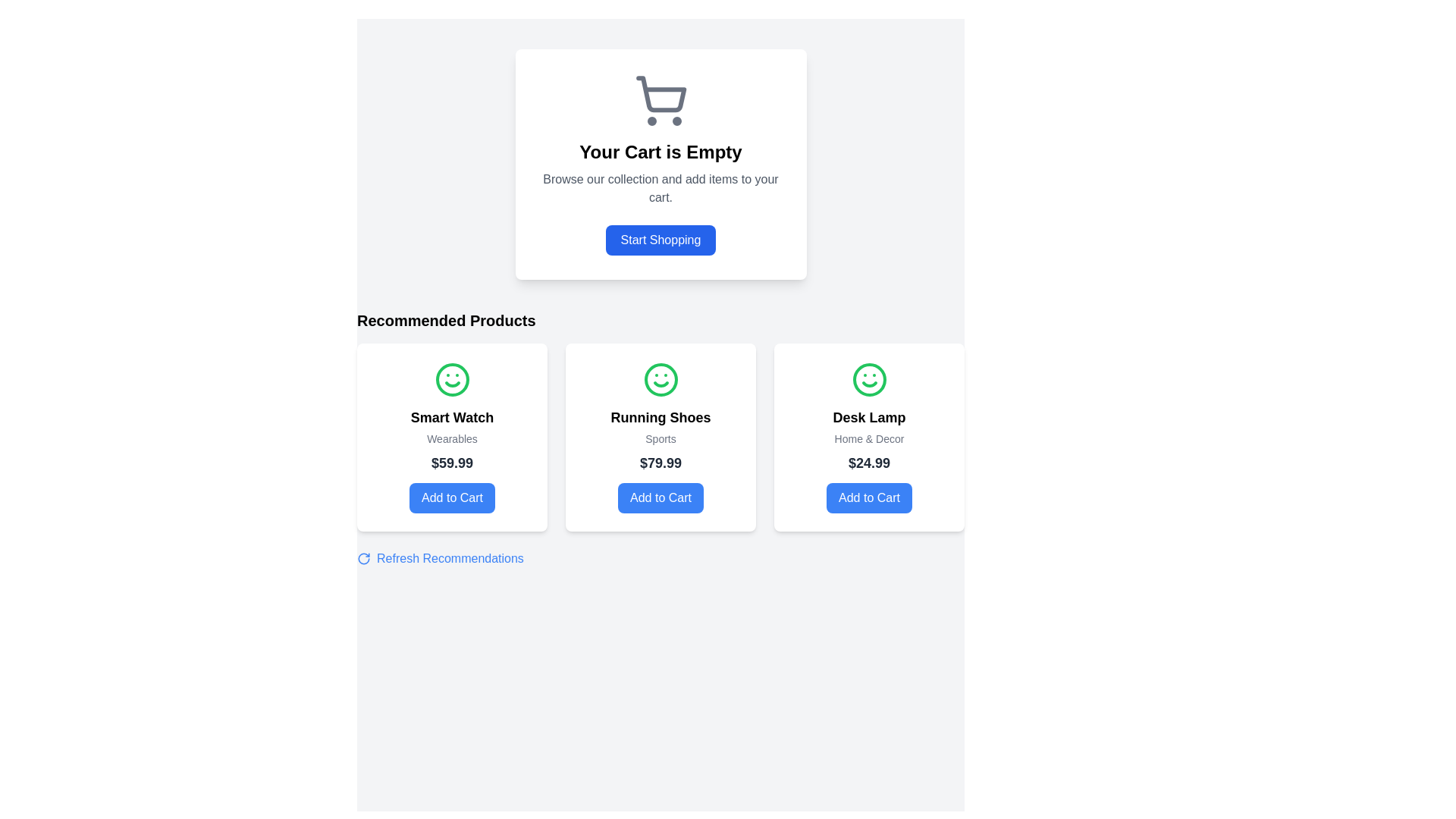  What do you see at coordinates (661, 239) in the screenshot?
I see `the call-to-action button located at the bottom of the 'Your Cart is Empty' card` at bounding box center [661, 239].